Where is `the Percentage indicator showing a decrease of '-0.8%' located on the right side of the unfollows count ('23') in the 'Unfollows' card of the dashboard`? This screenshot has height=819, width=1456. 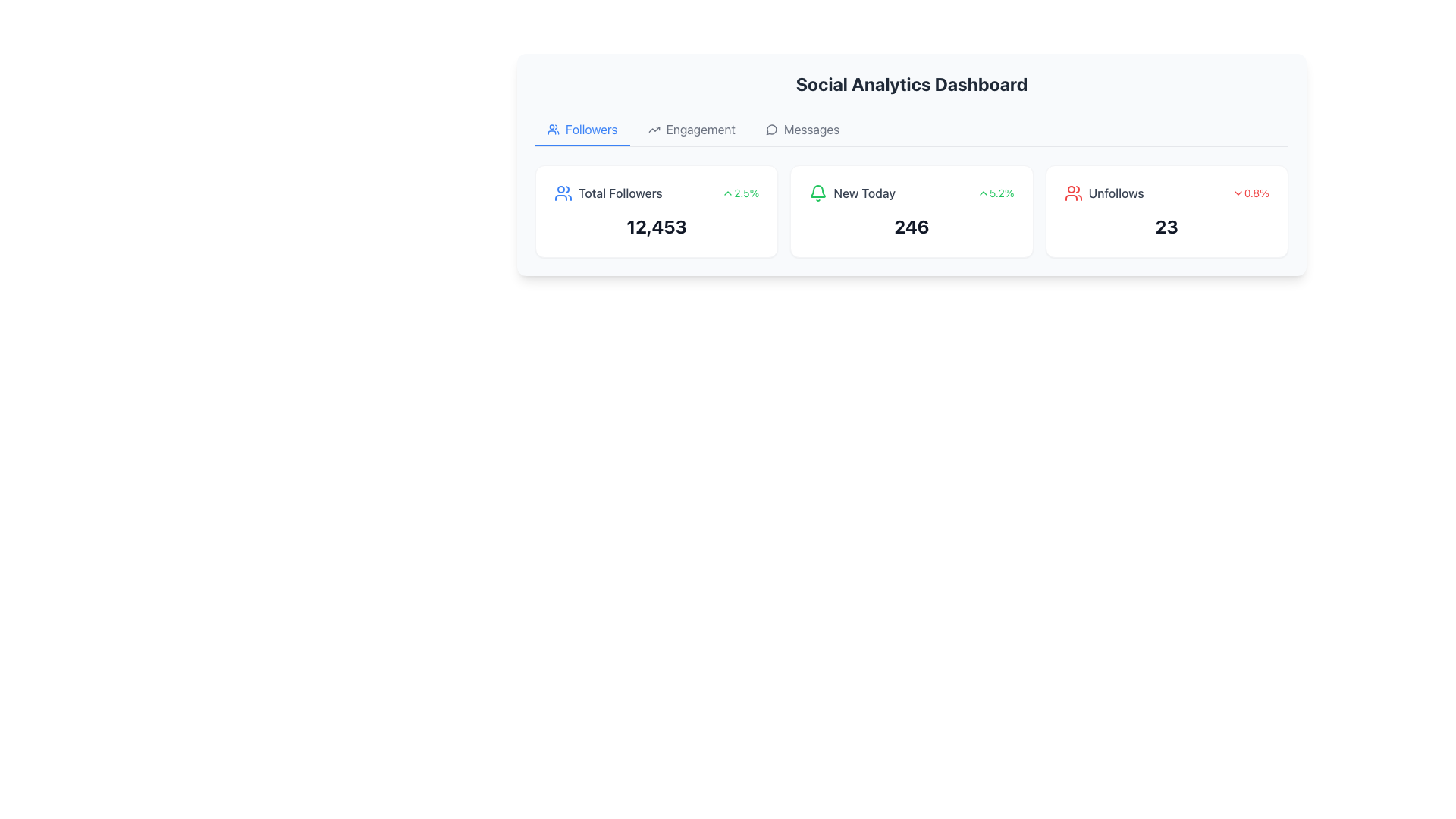
the Percentage indicator showing a decrease of '-0.8%' located on the right side of the unfollows count ('23') in the 'Unfollows' card of the dashboard is located at coordinates (1250, 192).